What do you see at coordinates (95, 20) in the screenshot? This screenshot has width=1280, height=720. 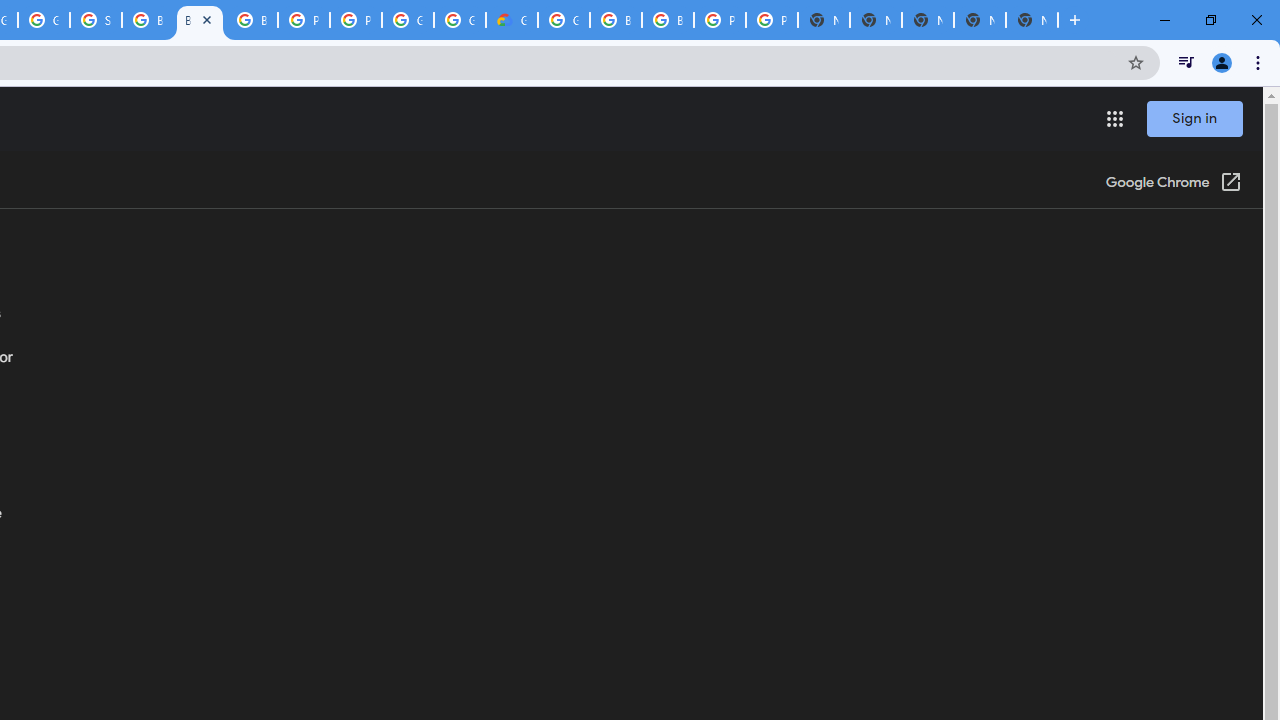 I see `'Sign in - Google Accounts'` at bounding box center [95, 20].